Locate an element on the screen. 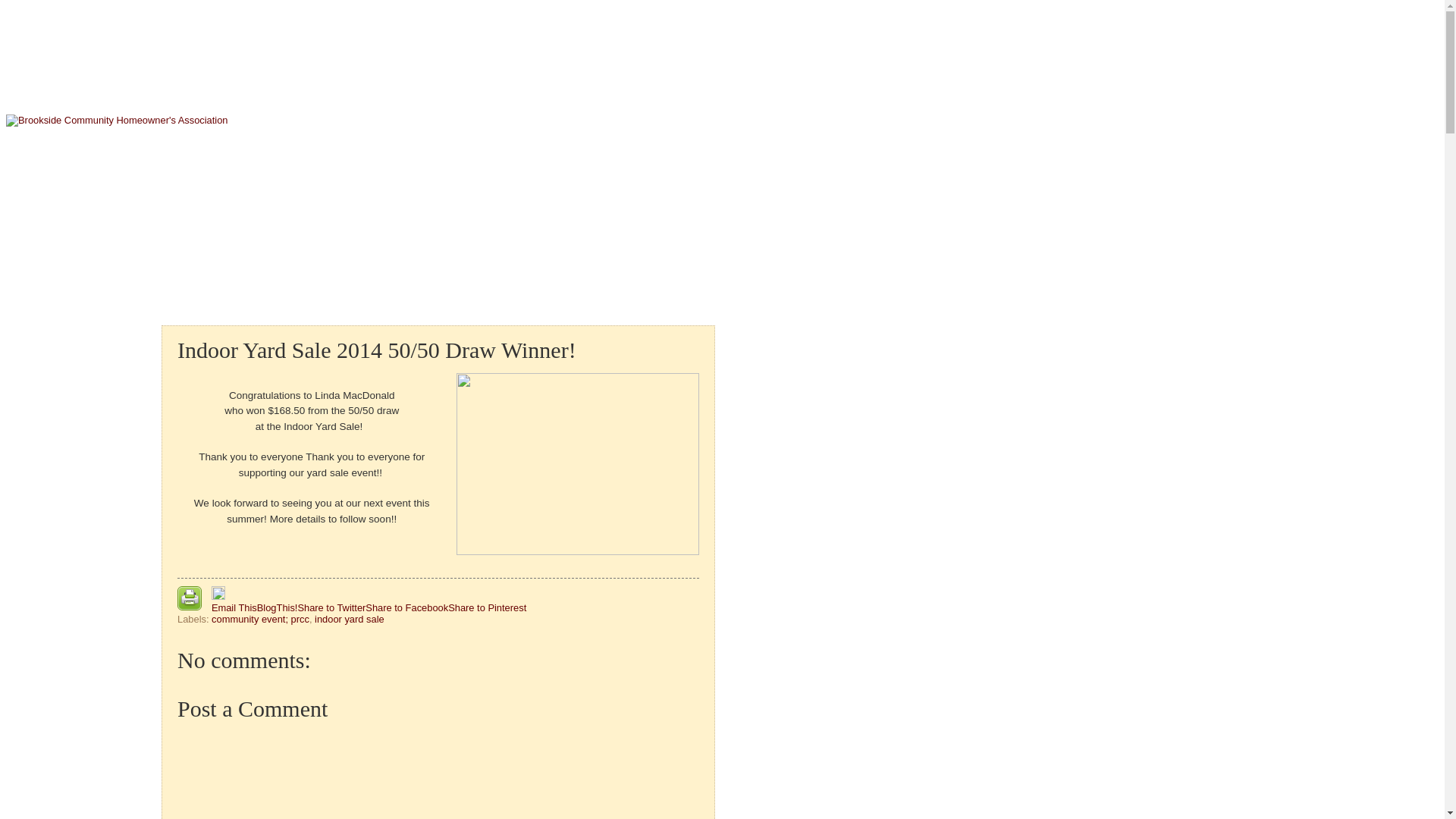 This screenshot has height=819, width=1456. 'indoor yard sale' is located at coordinates (348, 619).